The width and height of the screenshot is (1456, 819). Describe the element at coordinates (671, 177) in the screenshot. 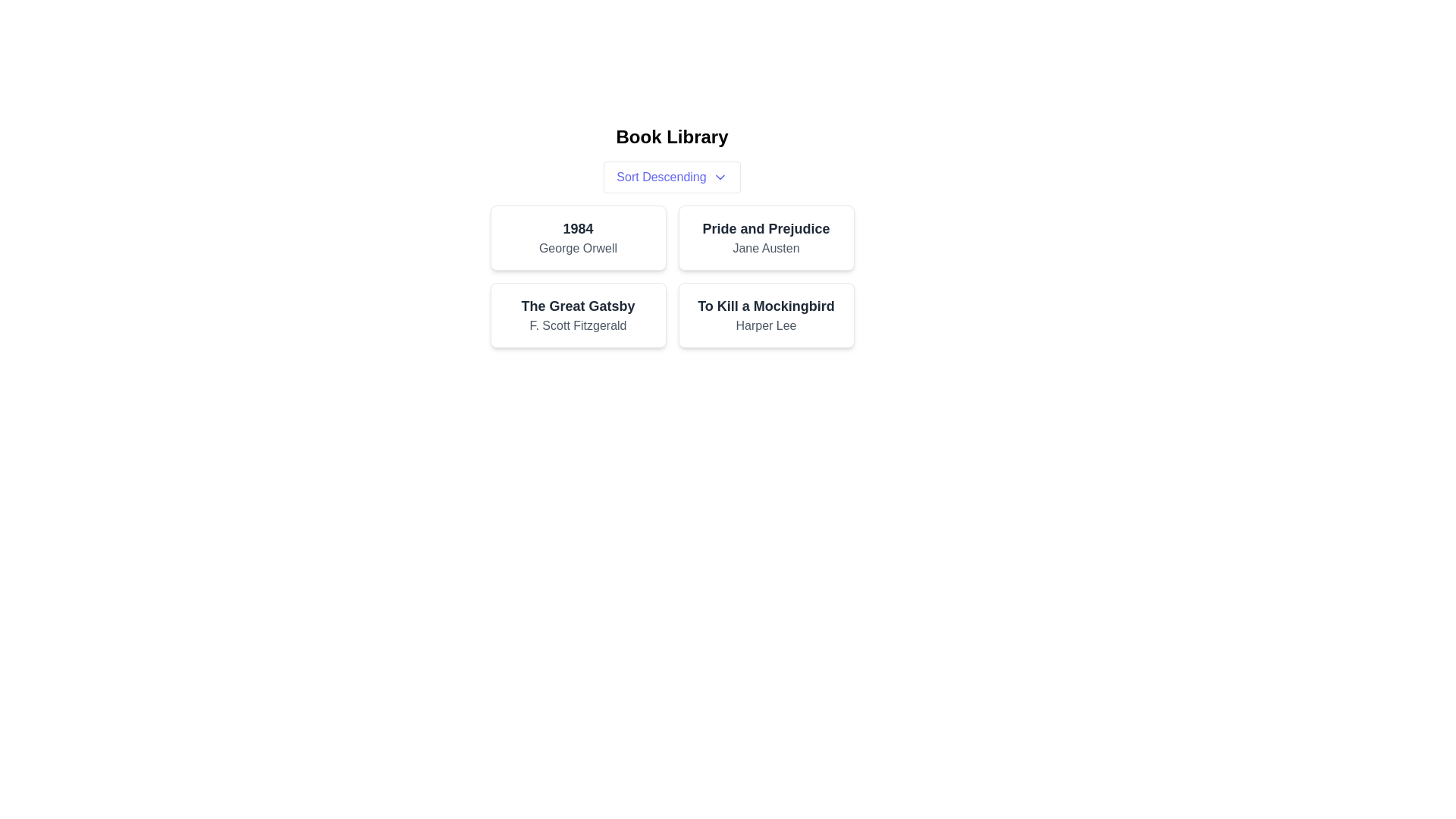

I see `the sorting button located below the 'Book Library' heading to sort the books in descending order` at that location.